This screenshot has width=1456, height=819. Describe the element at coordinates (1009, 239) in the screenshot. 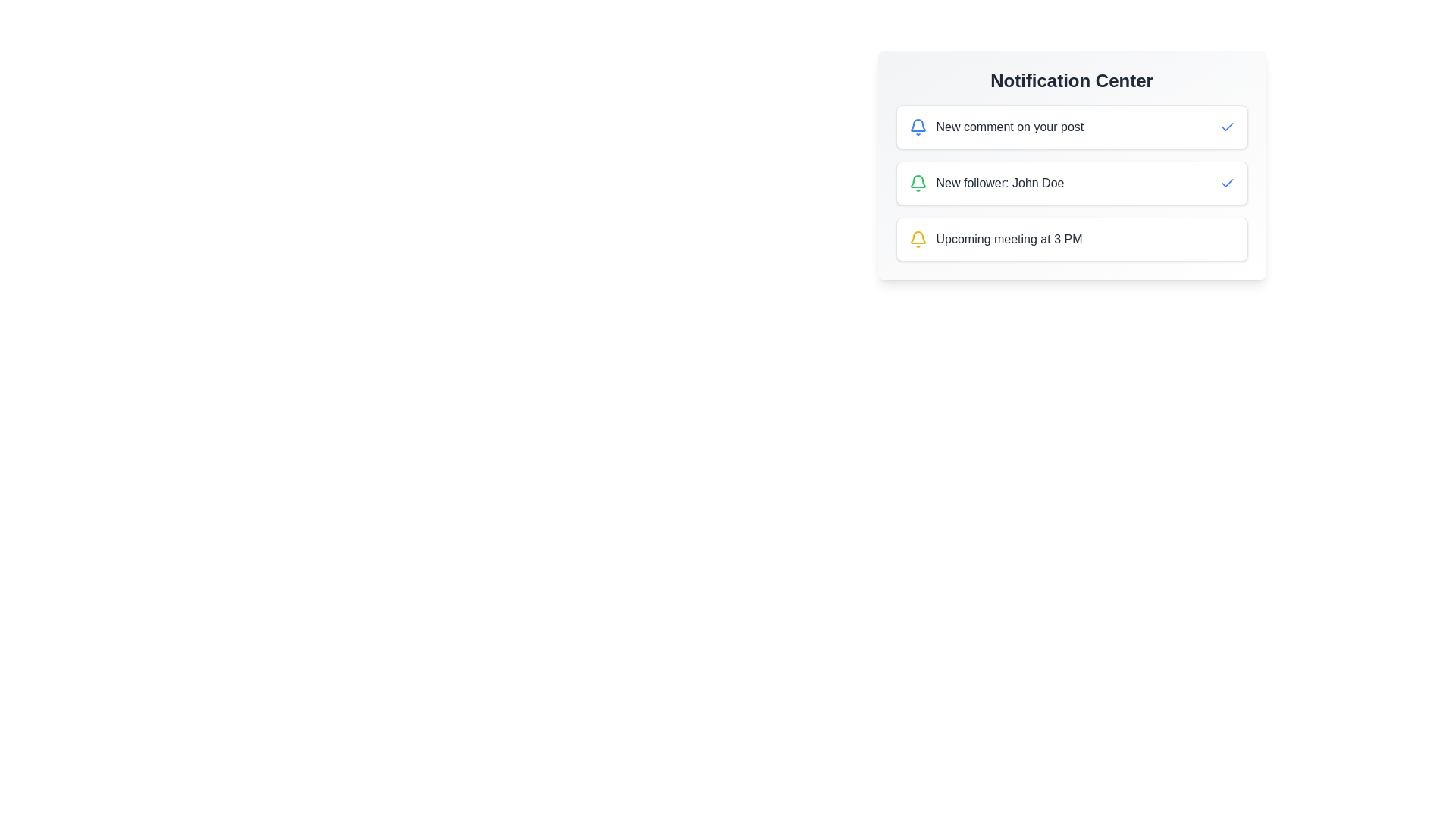

I see `the text label indicating 'Upcoming meeting at 3 PM' in the notification center, which is the third item in a column of notifications` at that location.